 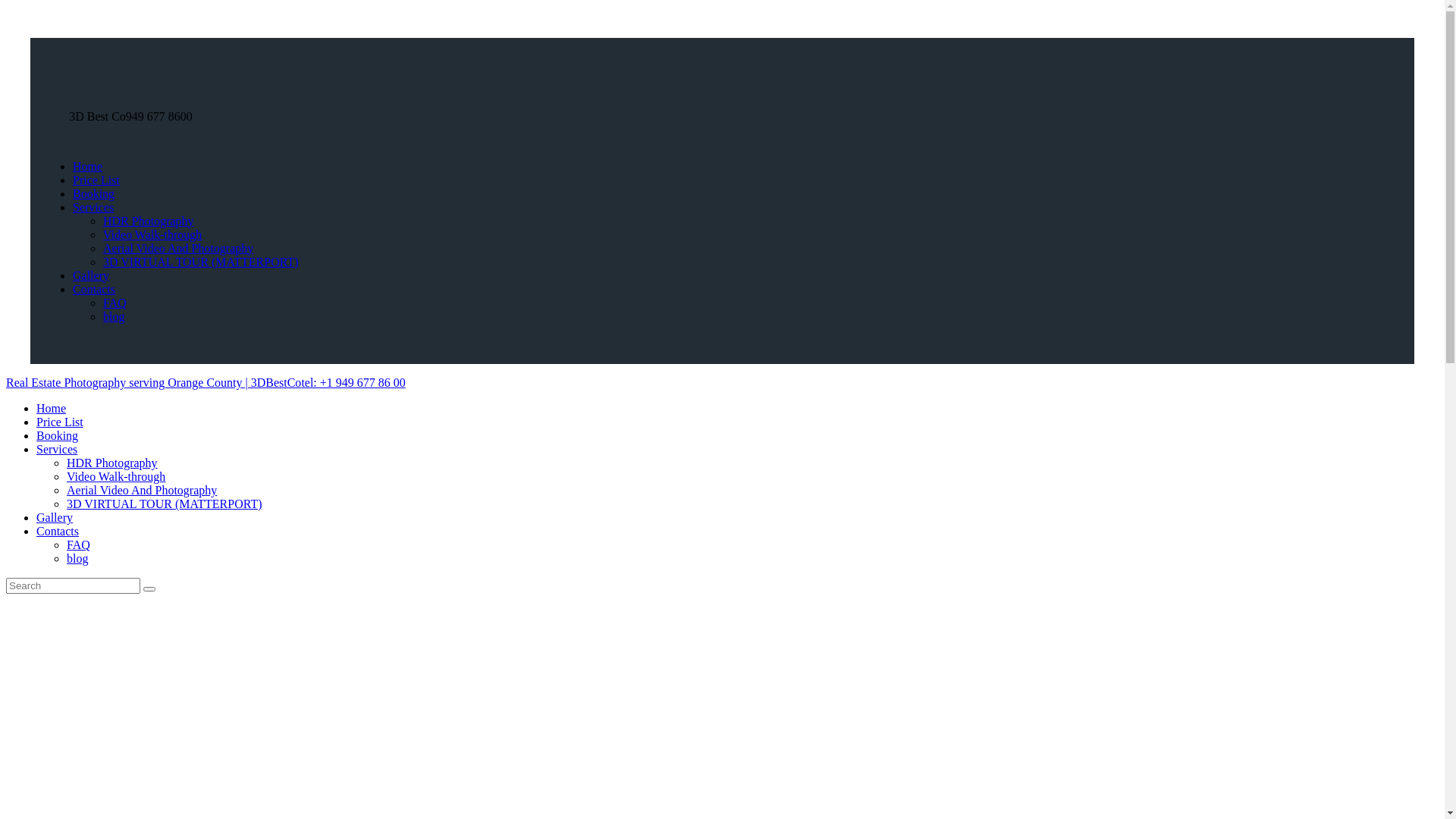 What do you see at coordinates (142, 490) in the screenshot?
I see `'Aerial Video And Photography'` at bounding box center [142, 490].